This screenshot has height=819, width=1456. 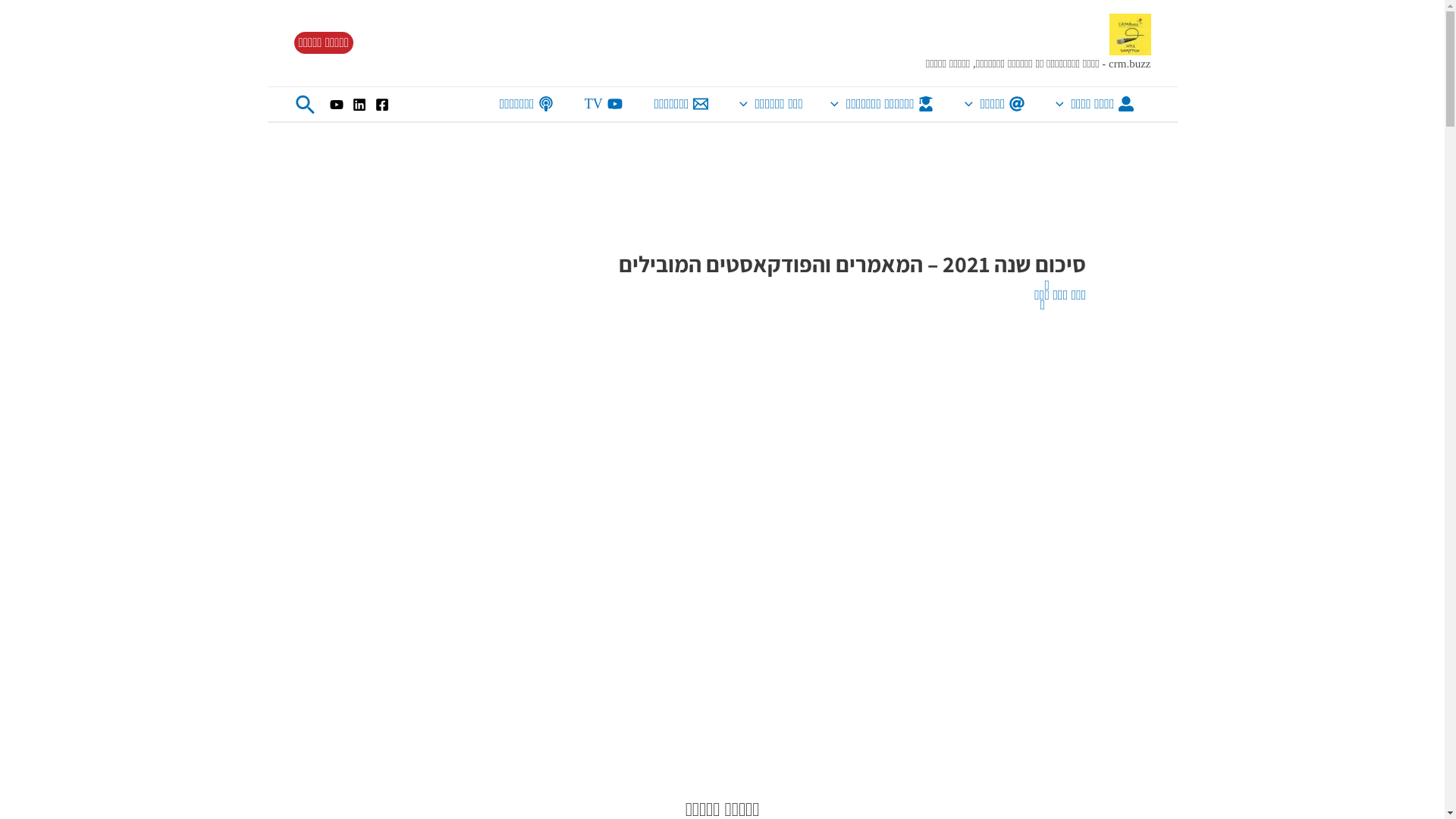 I want to click on 'TV', so click(x=604, y=102).